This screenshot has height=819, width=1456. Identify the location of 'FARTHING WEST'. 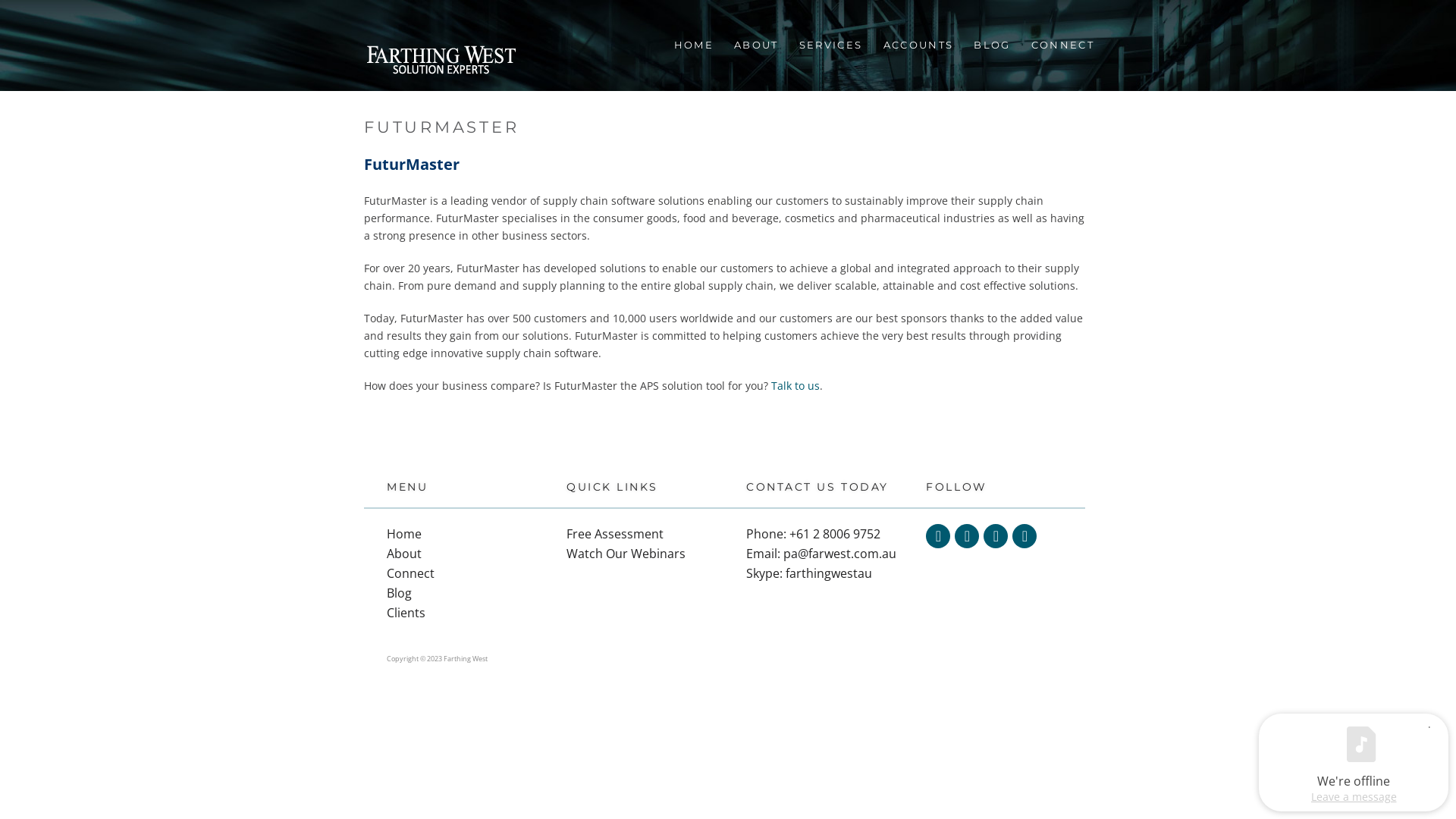
(440, 61).